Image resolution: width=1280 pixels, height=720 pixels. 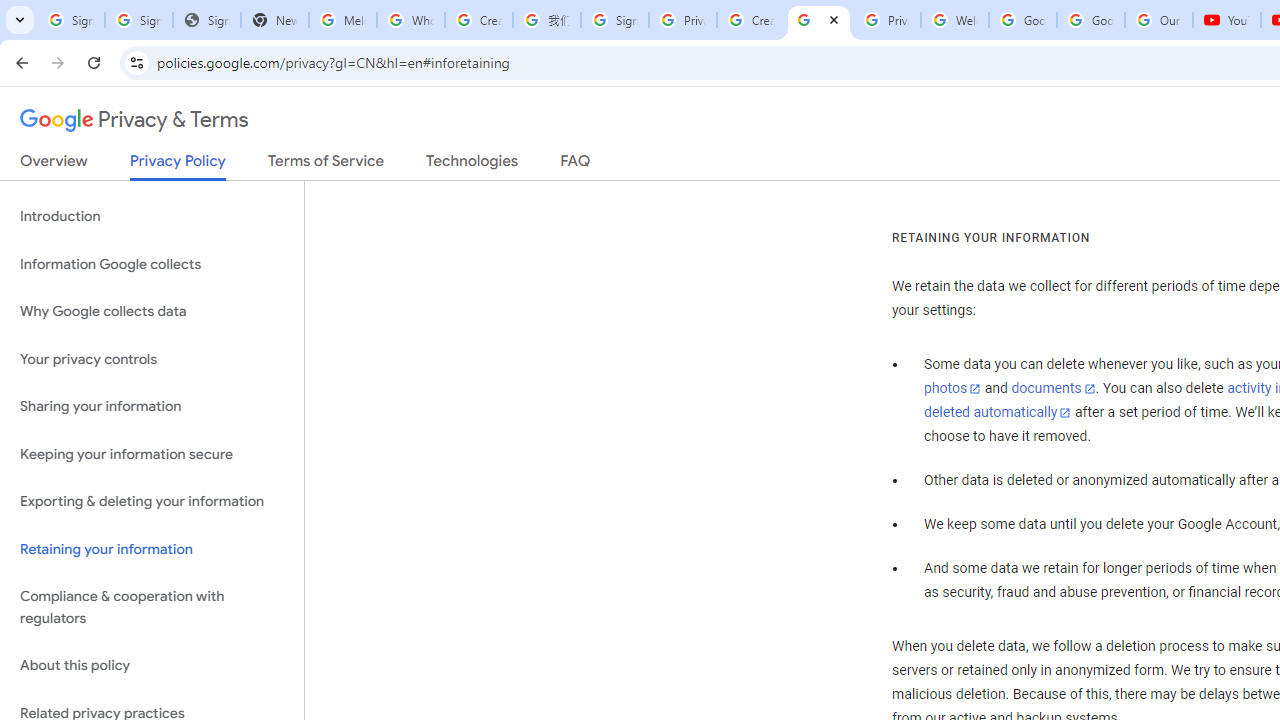 I want to click on 'Terms of Service', so click(x=326, y=164).